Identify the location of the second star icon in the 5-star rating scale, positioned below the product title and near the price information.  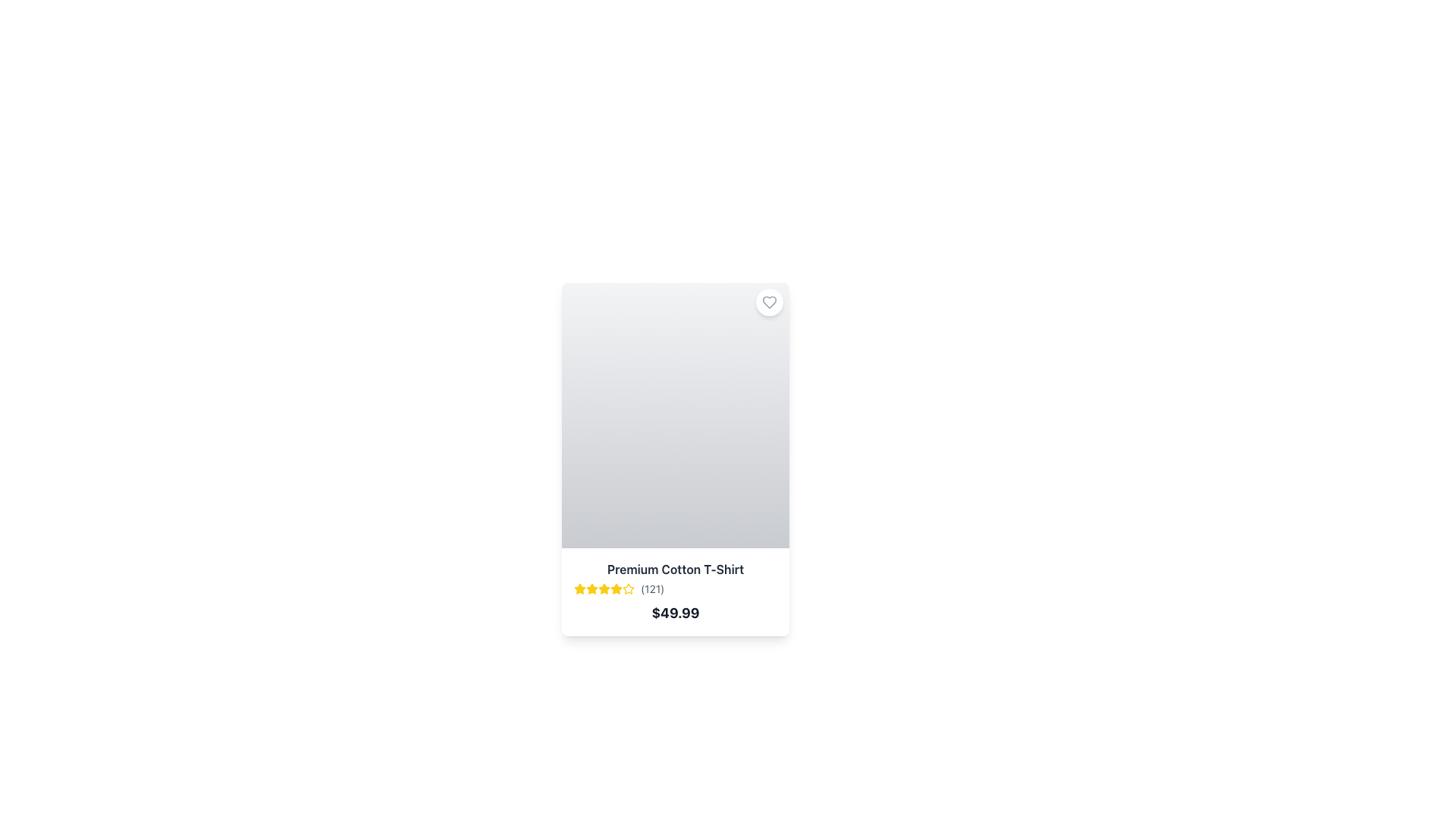
(591, 588).